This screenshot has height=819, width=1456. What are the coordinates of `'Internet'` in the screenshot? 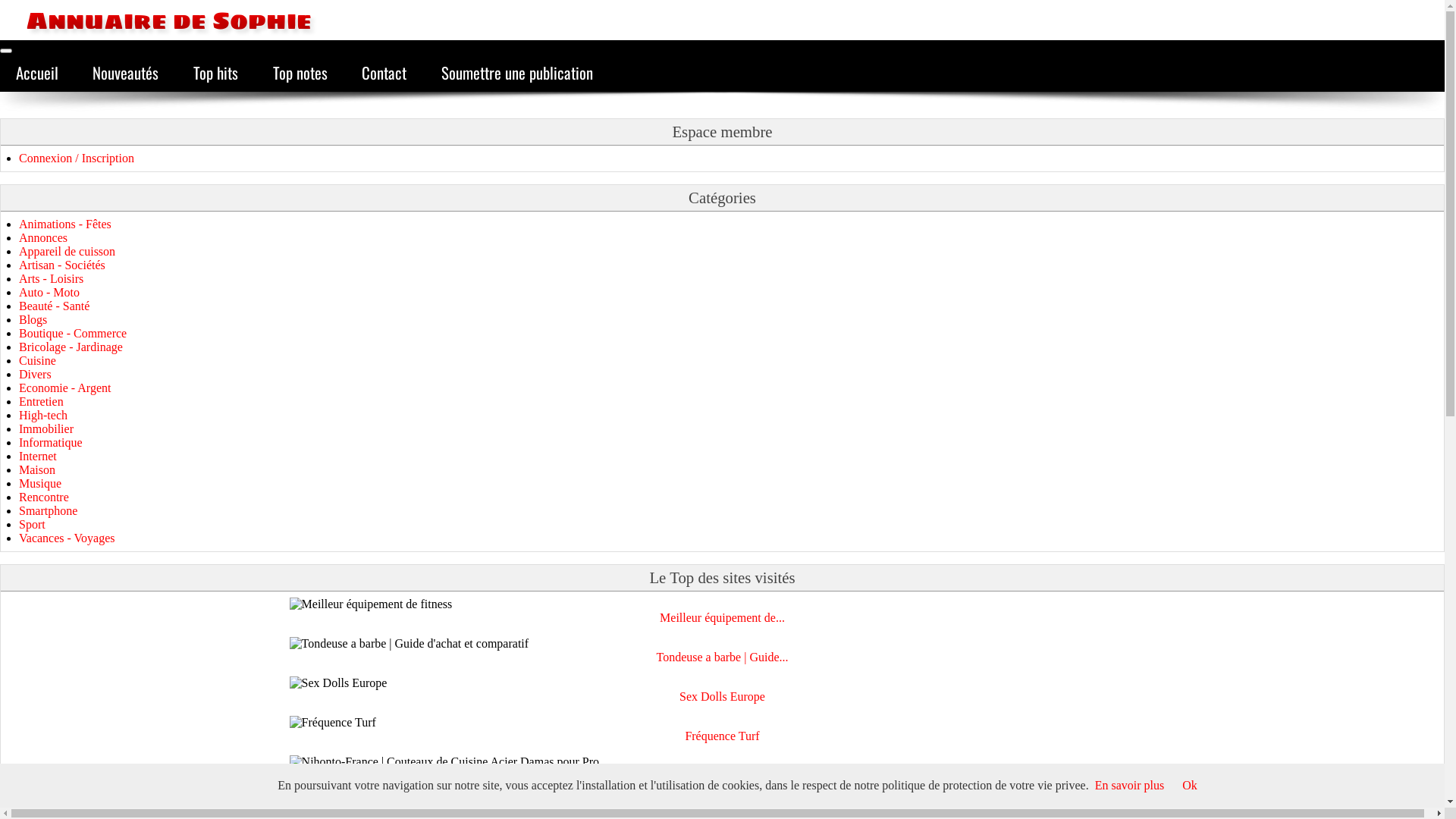 It's located at (37, 455).